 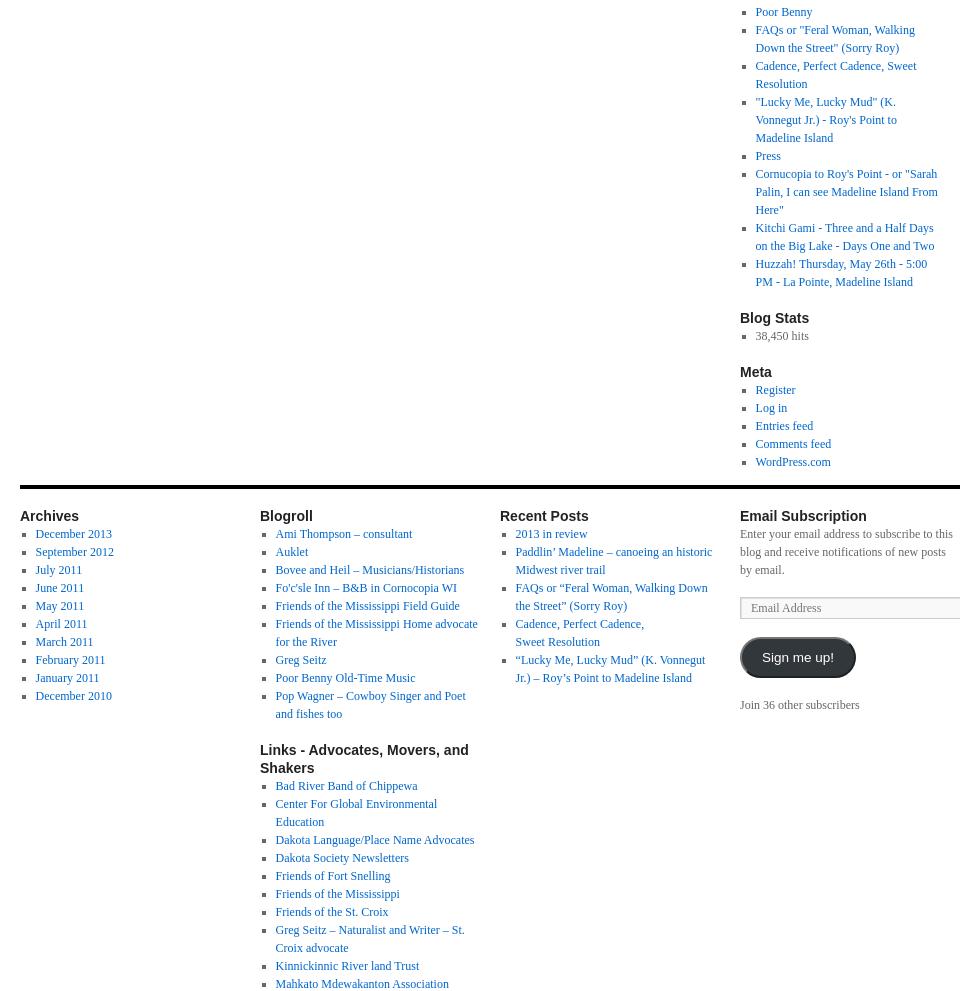 What do you see at coordinates (59, 587) in the screenshot?
I see `'June 2011'` at bounding box center [59, 587].